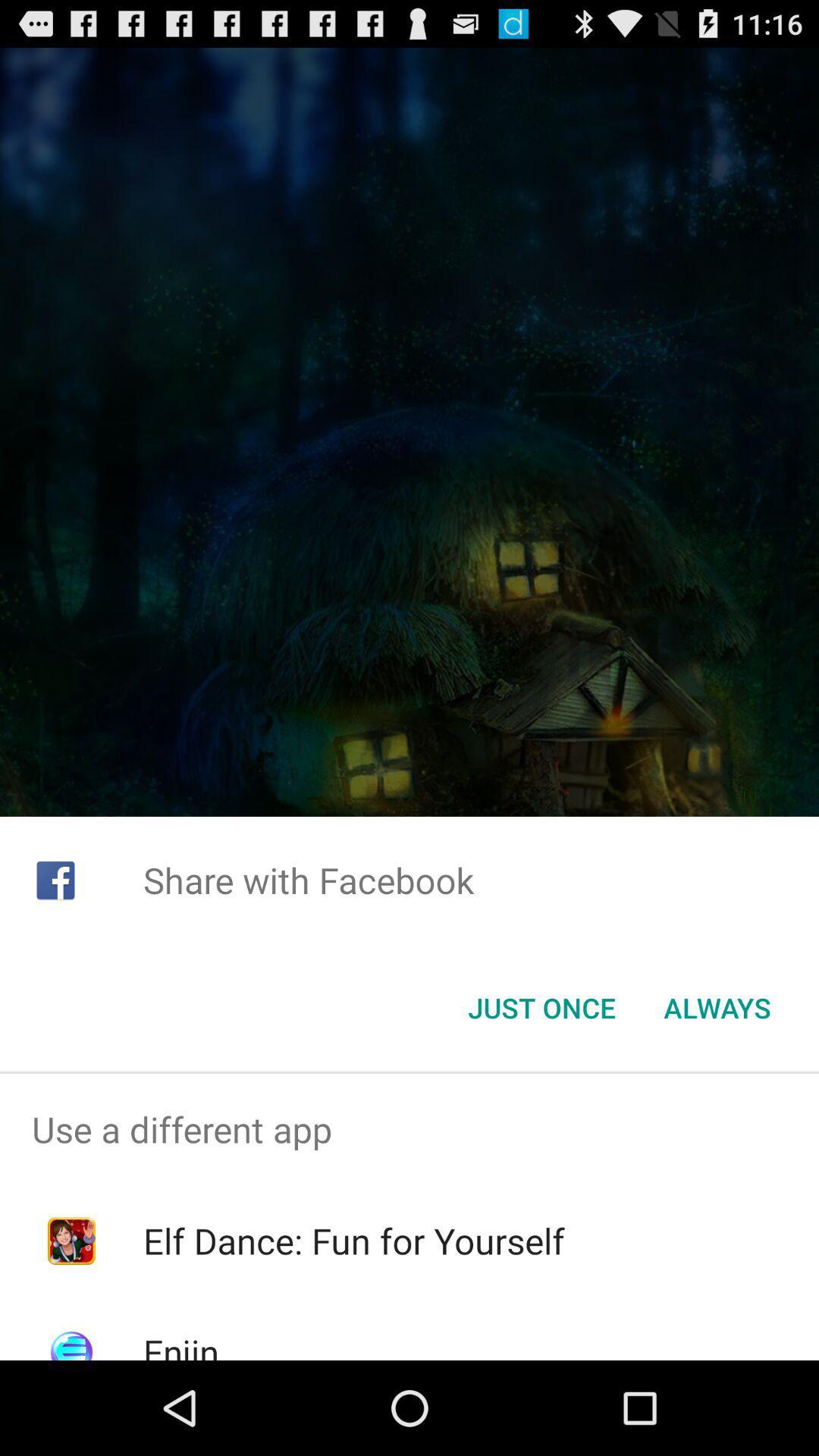  Describe the element at coordinates (717, 1008) in the screenshot. I see `the always at the bottom right corner` at that location.